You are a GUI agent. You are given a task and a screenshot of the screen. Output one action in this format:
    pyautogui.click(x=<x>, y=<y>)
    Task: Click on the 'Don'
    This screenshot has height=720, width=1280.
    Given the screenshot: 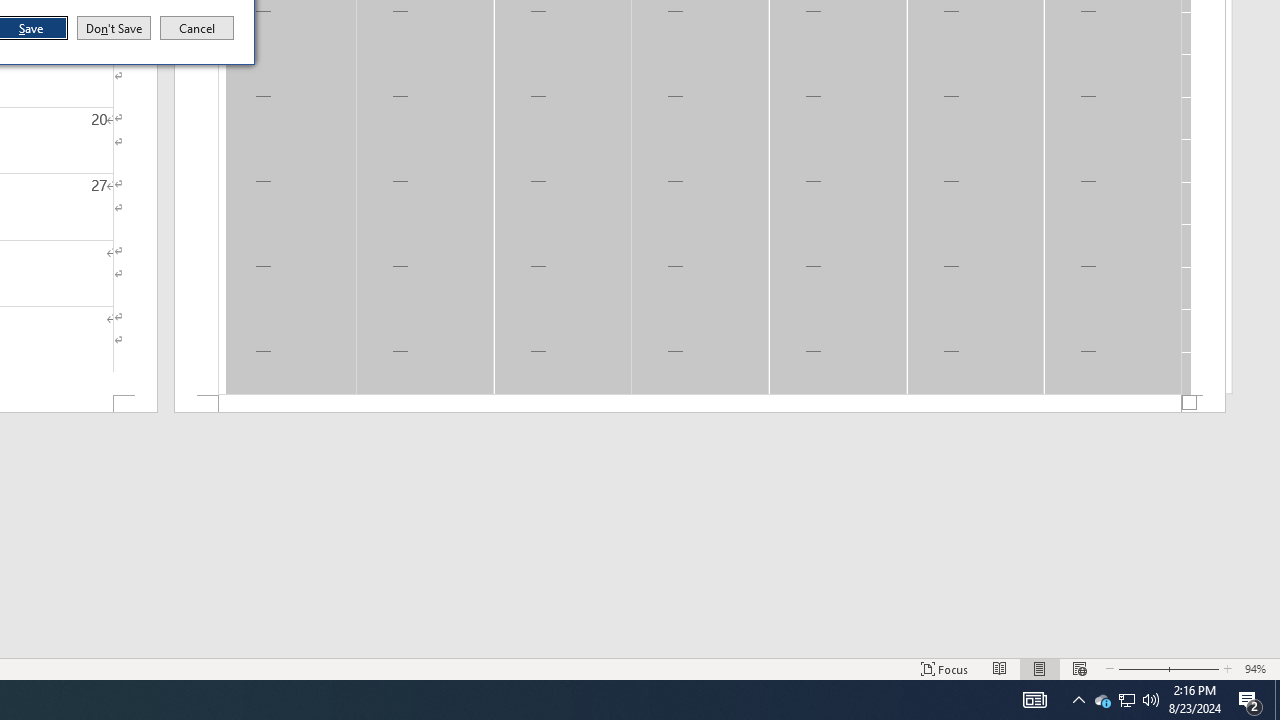 What is the action you would take?
    pyautogui.click(x=112, y=28)
    